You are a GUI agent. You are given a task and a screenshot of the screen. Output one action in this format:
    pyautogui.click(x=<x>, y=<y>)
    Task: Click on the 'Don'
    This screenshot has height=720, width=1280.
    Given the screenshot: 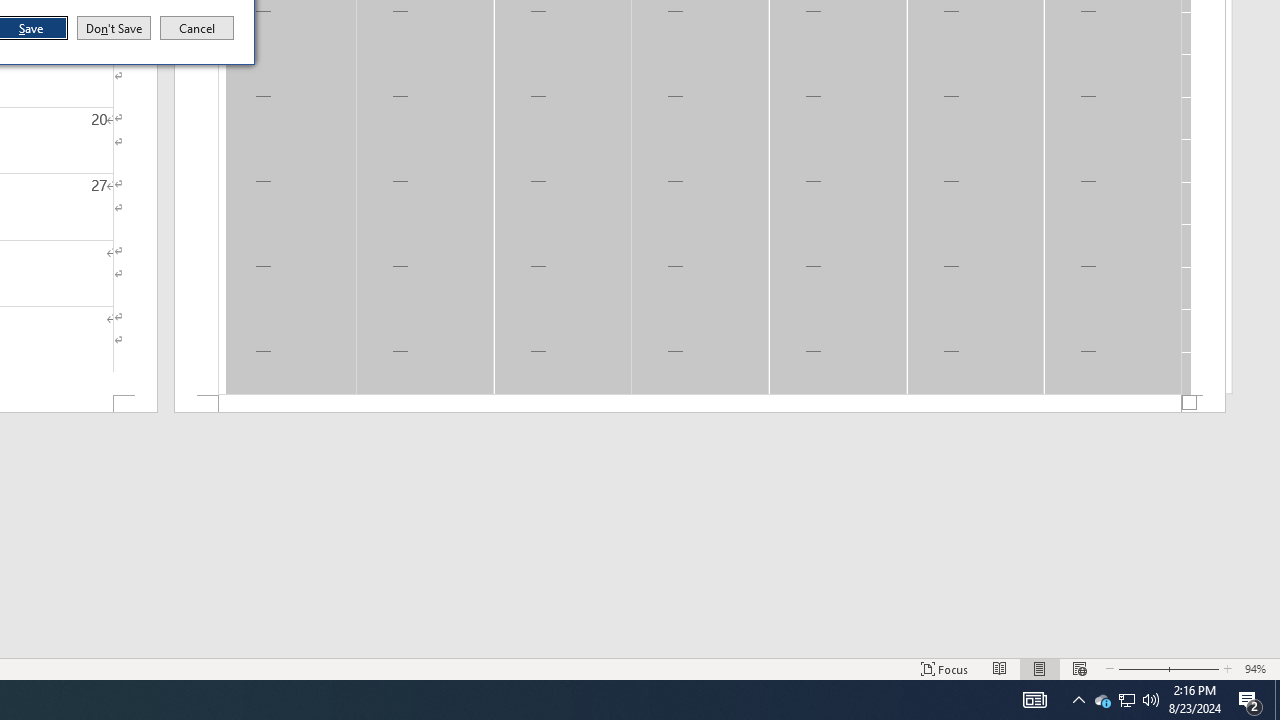 What is the action you would take?
    pyautogui.click(x=112, y=28)
    